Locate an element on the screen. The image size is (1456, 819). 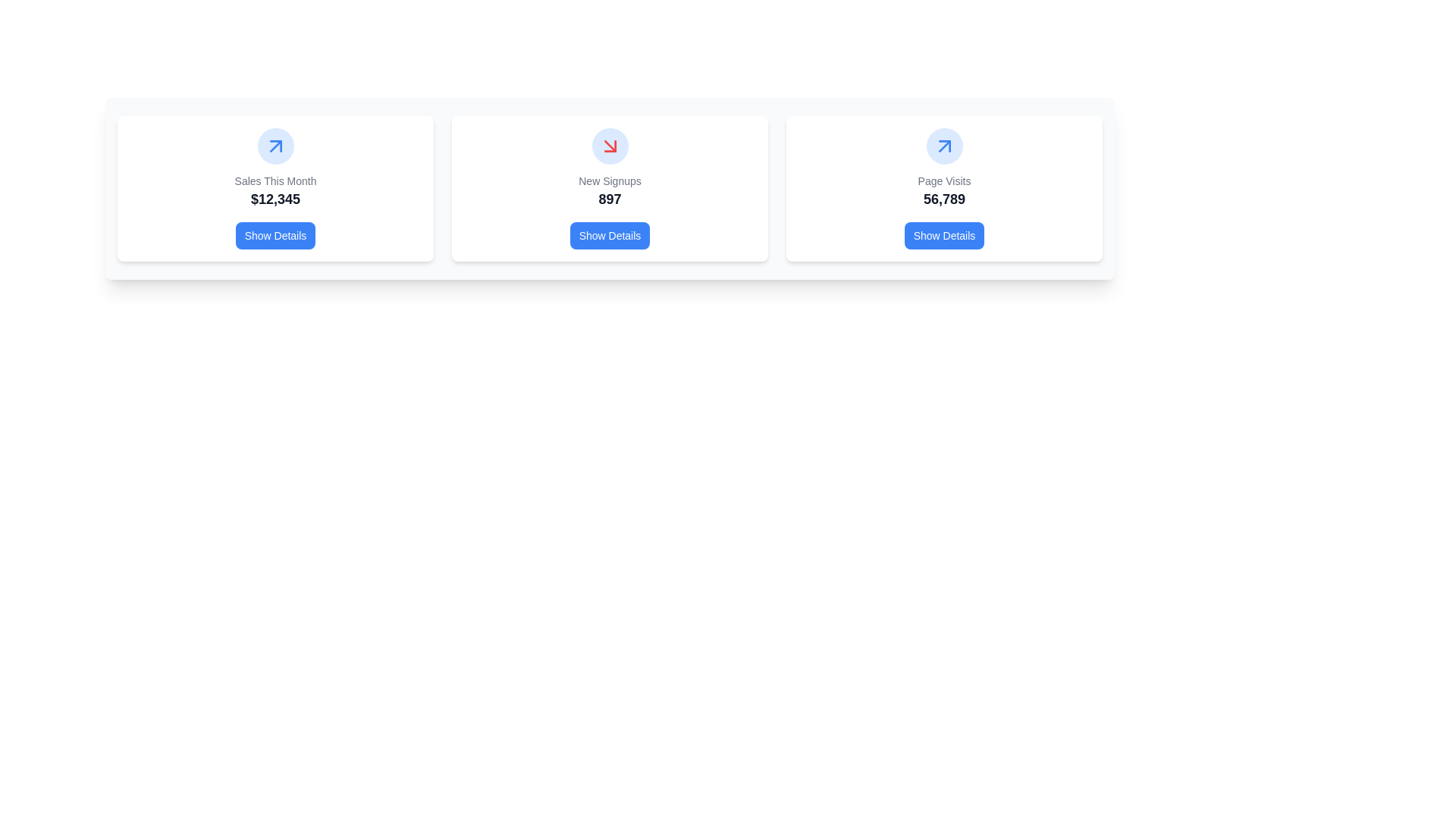
the upward movement icon representing growth for the 'Sales This Month' card, which is located at the top center of the card layout is located at coordinates (275, 146).